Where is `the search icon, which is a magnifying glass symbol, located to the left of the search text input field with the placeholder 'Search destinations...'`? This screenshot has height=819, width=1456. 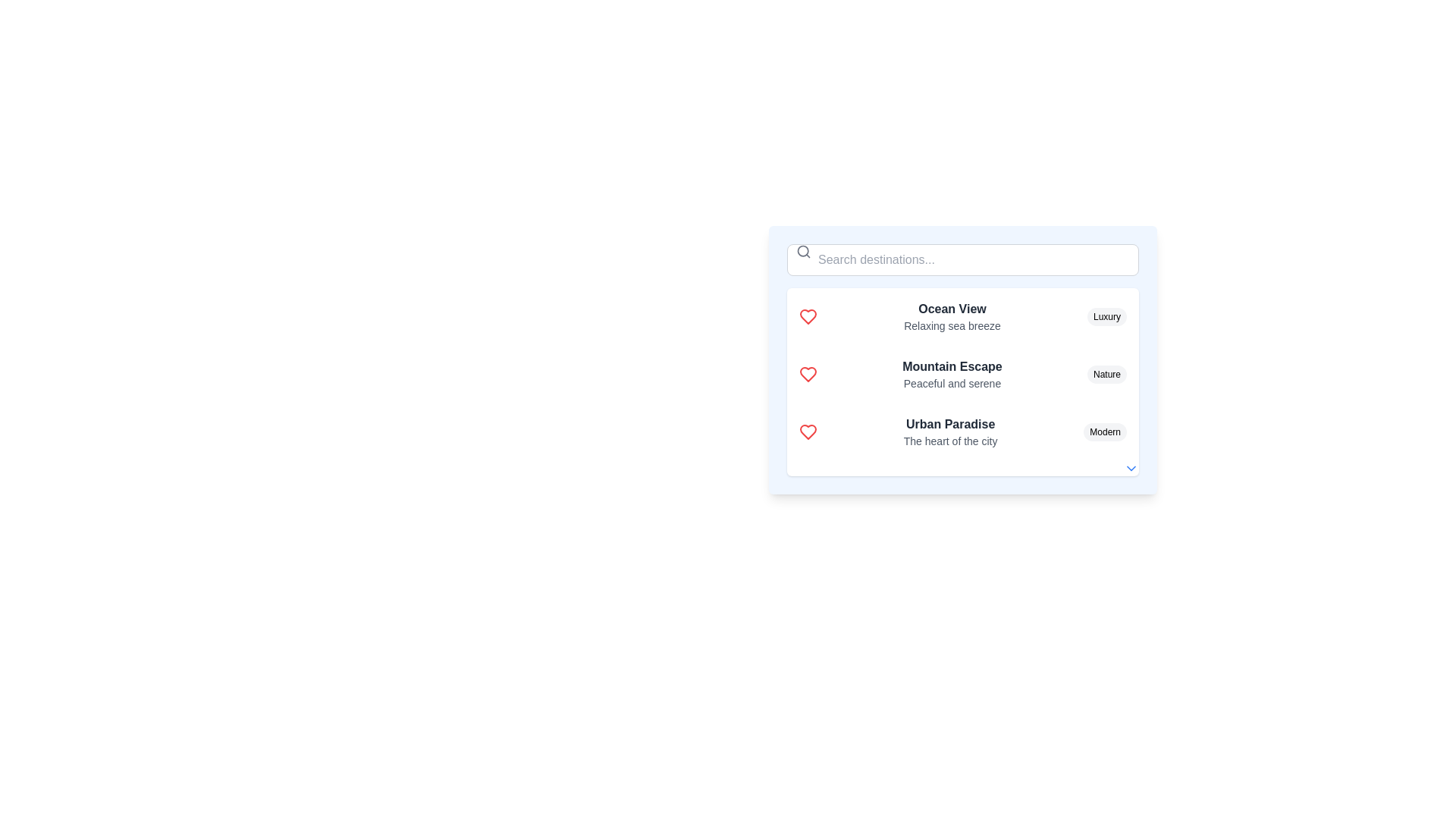
the search icon, which is a magnifying glass symbol, located to the left of the search text input field with the placeholder 'Search destinations...' is located at coordinates (803, 250).